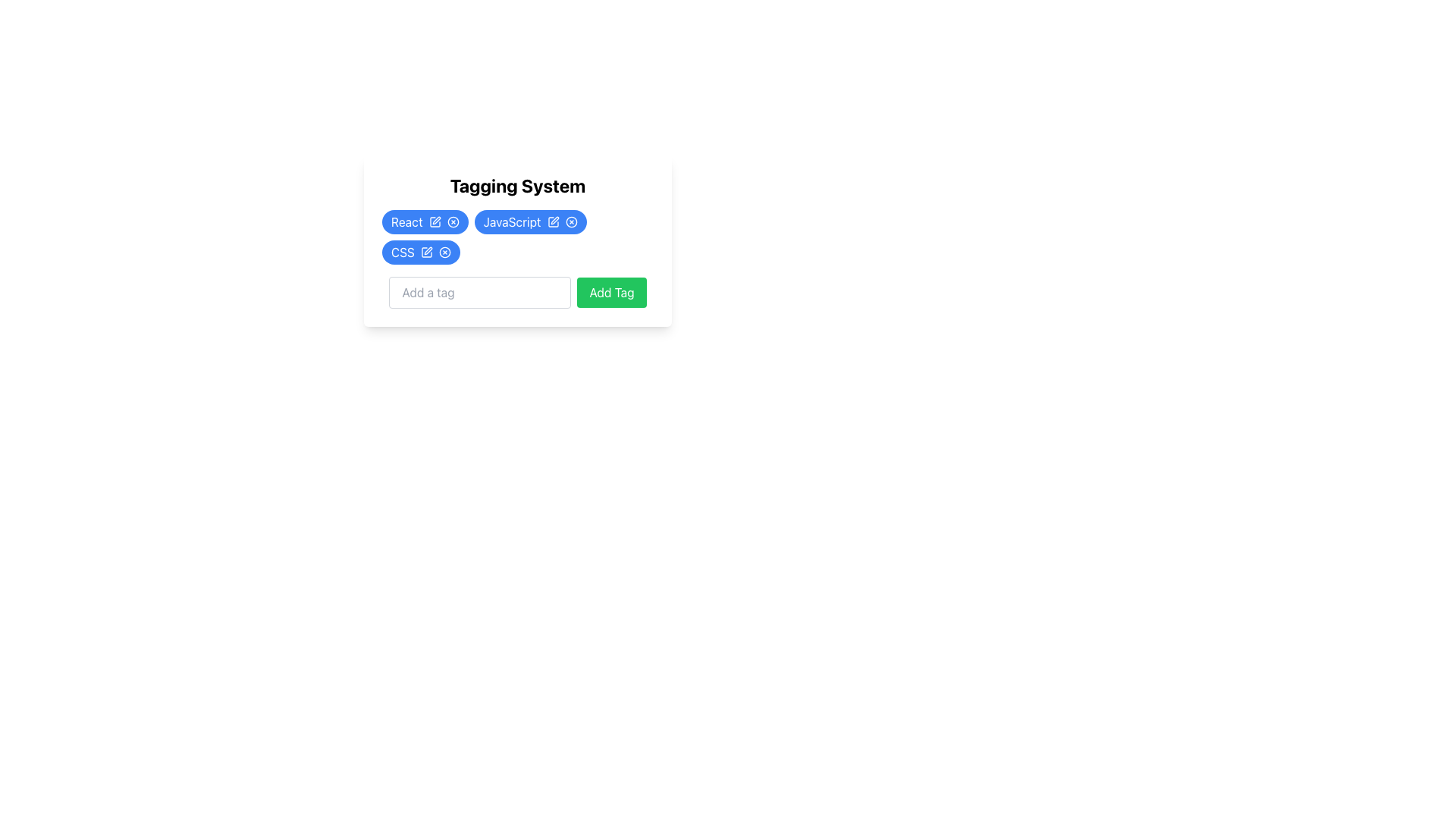 The height and width of the screenshot is (819, 1456). What do you see at coordinates (570, 222) in the screenshot?
I see `the circular icon with a cross inside, styled with a border, located at the far right end of the 'JavaScript' tag` at bounding box center [570, 222].